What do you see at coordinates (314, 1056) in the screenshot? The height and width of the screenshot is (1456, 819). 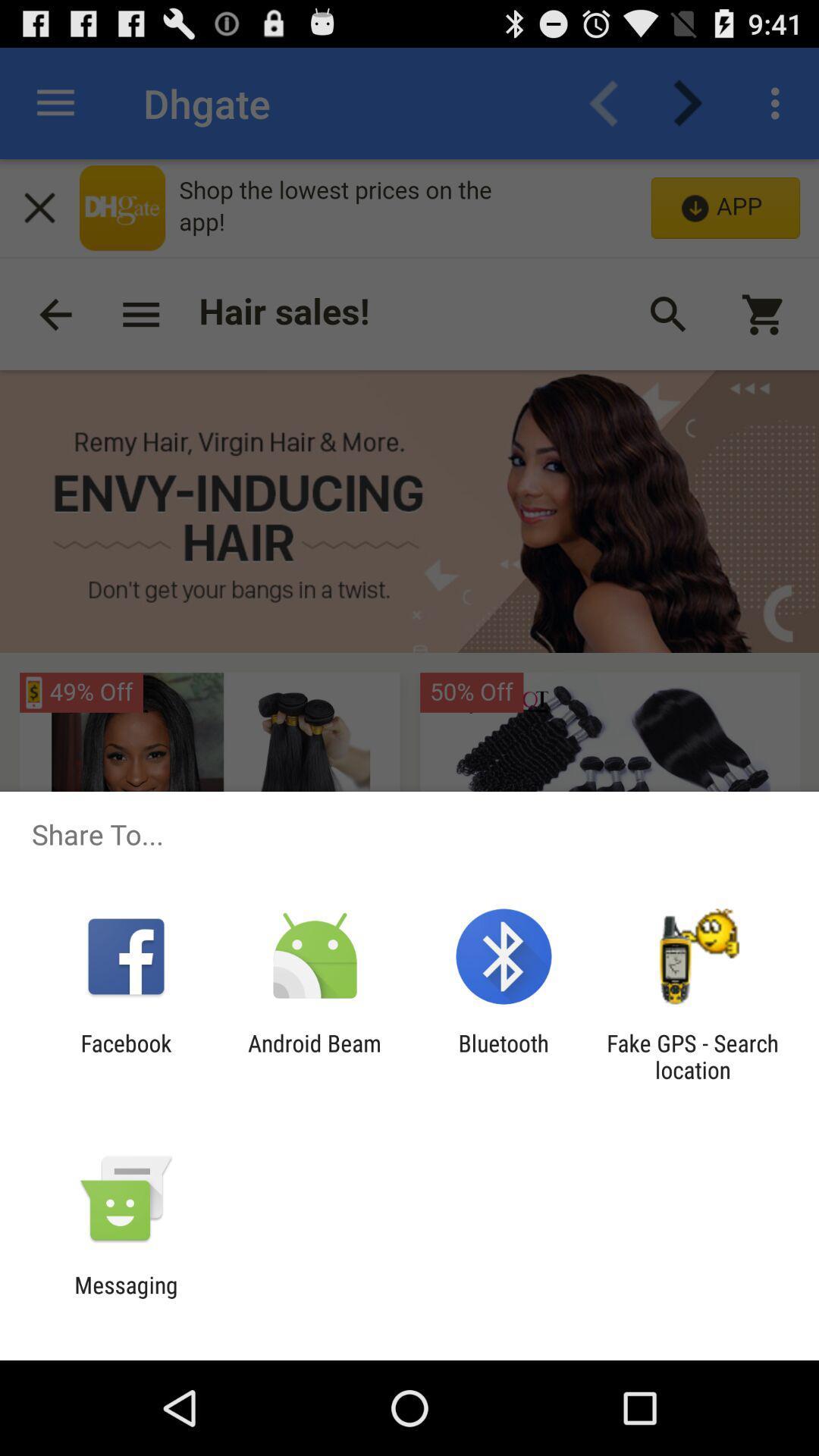 I see `android beam icon` at bounding box center [314, 1056].